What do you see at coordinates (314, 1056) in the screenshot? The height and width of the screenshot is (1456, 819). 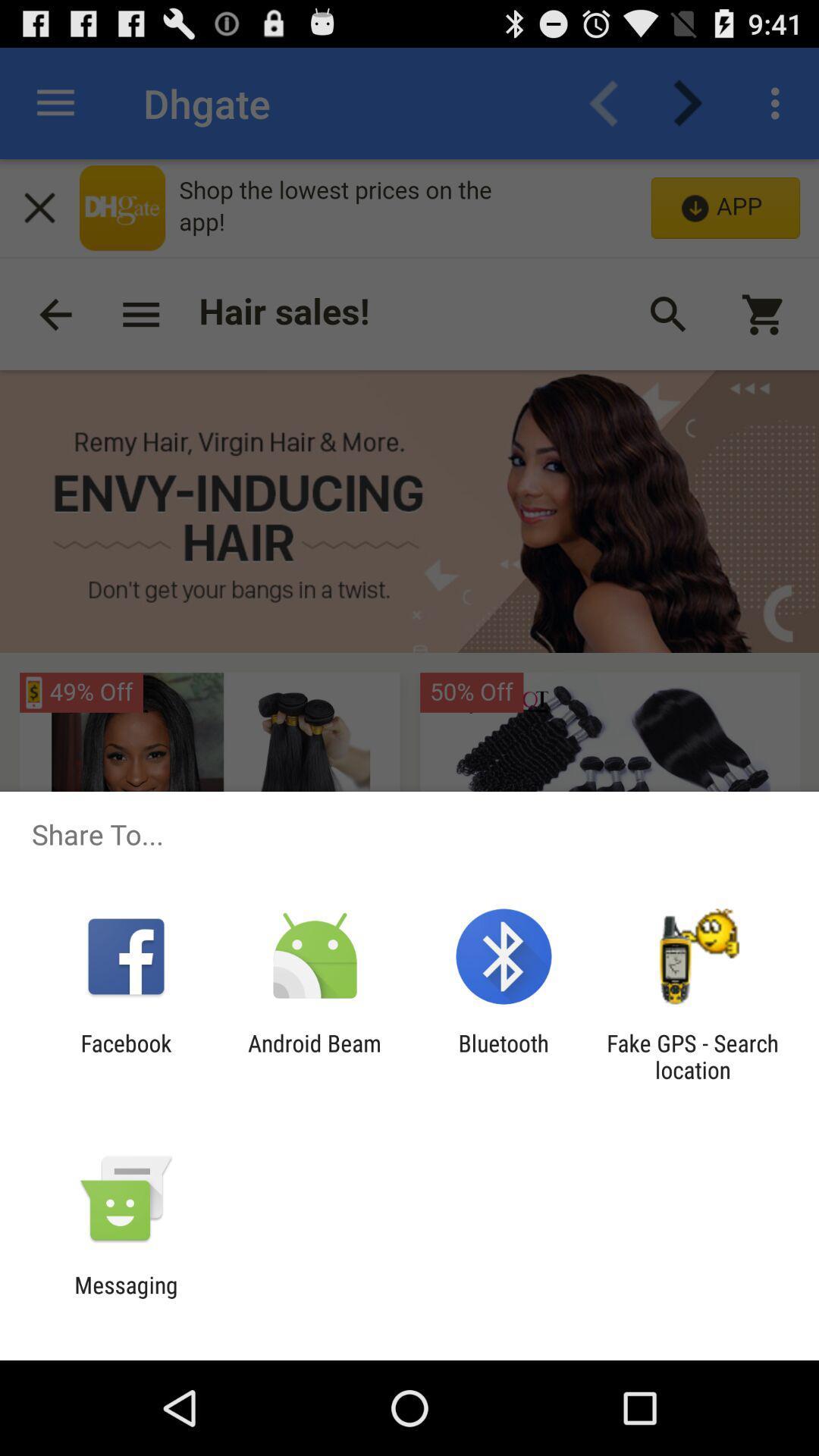 I see `android beam icon` at bounding box center [314, 1056].